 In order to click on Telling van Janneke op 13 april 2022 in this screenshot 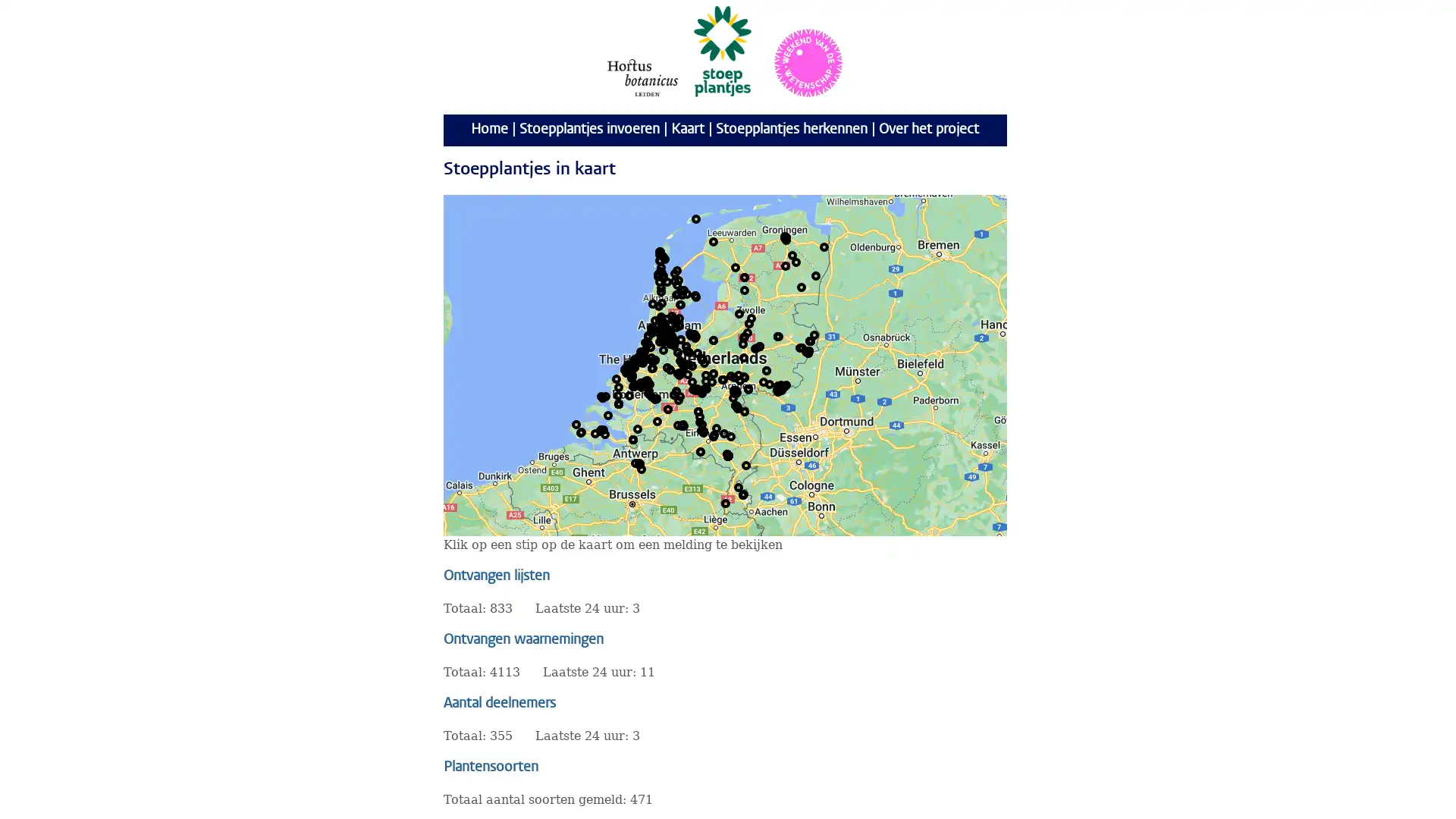, I will do `click(628, 363)`.